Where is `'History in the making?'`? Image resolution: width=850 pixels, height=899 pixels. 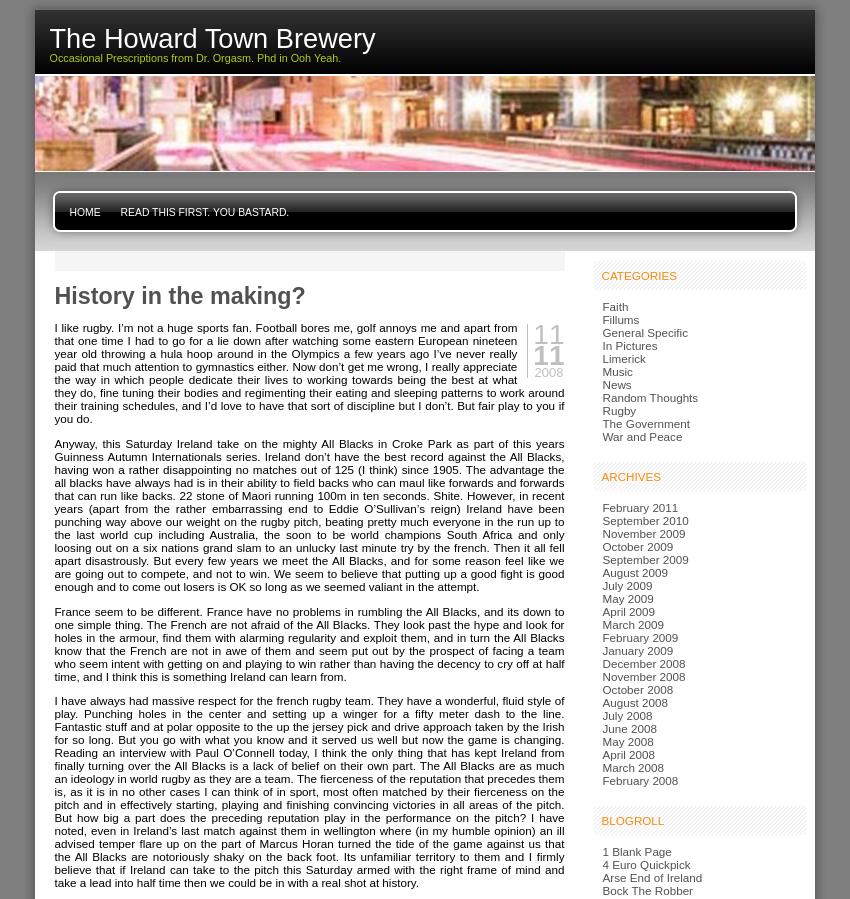
'History in the making?' is located at coordinates (53, 294).